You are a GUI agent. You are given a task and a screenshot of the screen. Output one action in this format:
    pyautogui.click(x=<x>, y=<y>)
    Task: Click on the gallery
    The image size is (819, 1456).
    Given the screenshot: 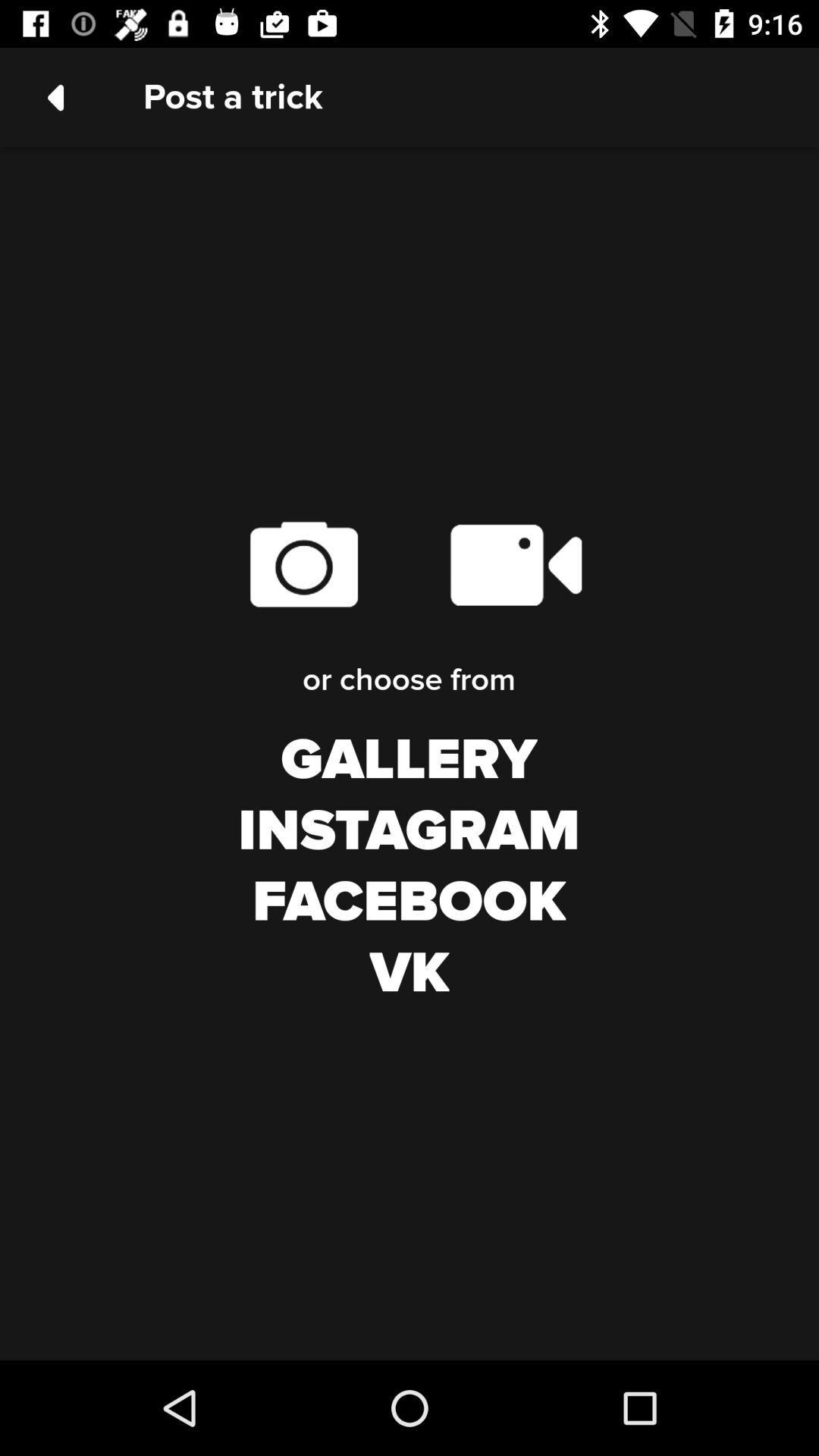 What is the action you would take?
    pyautogui.click(x=408, y=761)
    